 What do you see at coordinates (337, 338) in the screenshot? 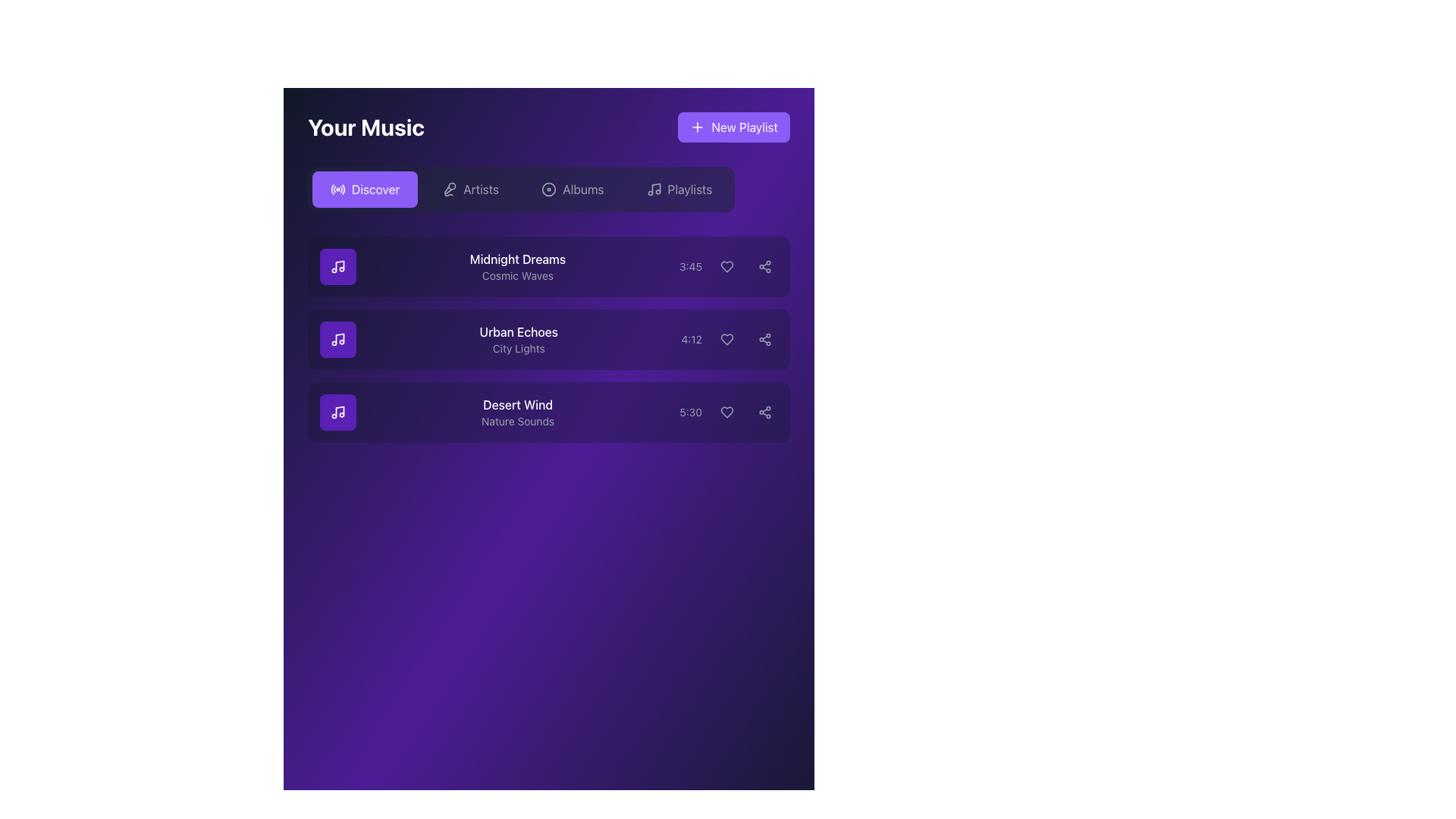
I see `the violet square-shaped icon with a white music note symbol, which is the second icon in the vertical list of music track items, located to the left of the text 'Urban Echoes' and 'City Lights'` at bounding box center [337, 338].